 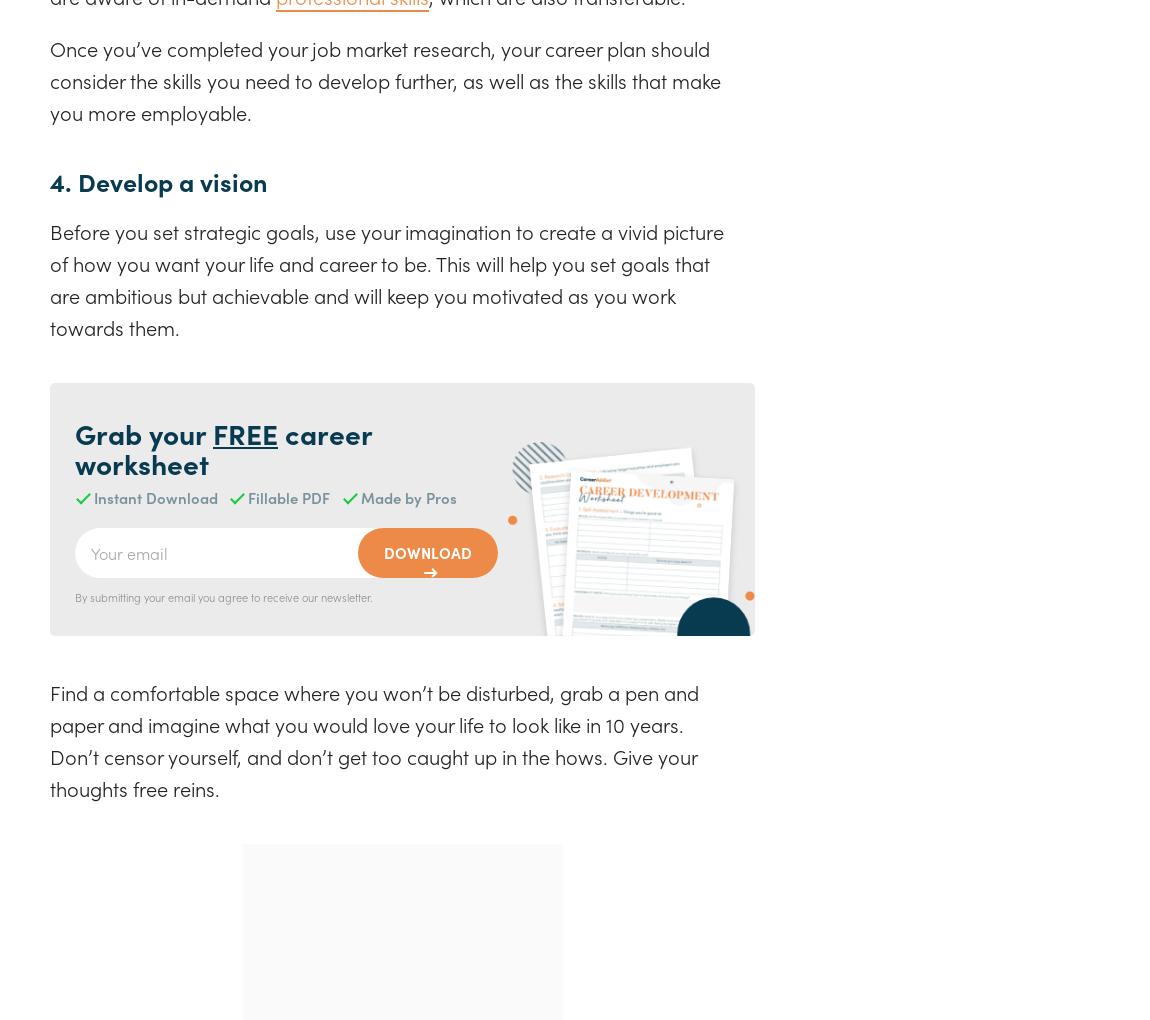 What do you see at coordinates (408, 497) in the screenshot?
I see `'Made by Pros'` at bounding box center [408, 497].